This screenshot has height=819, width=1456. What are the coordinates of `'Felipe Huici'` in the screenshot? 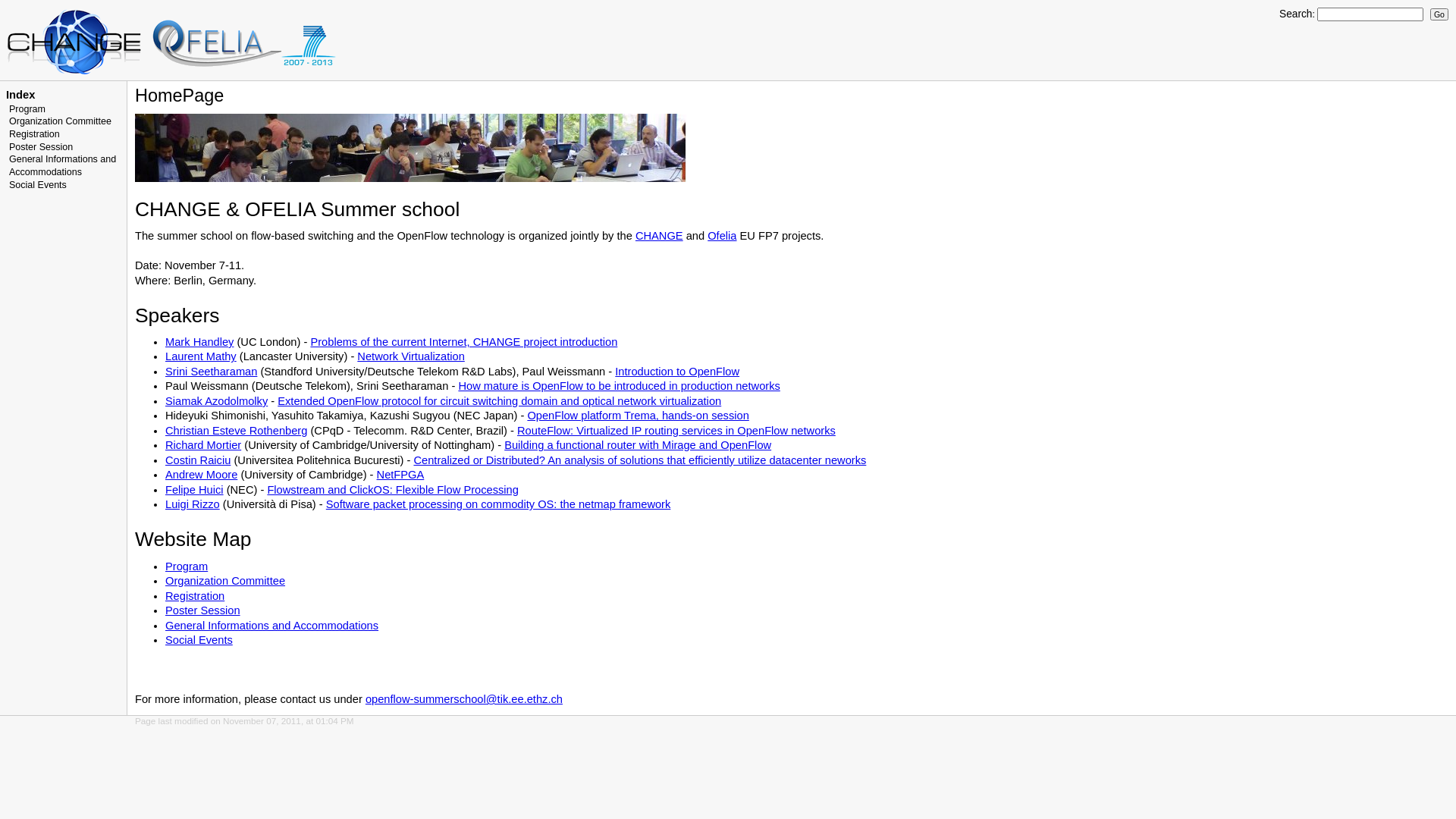 It's located at (193, 489).